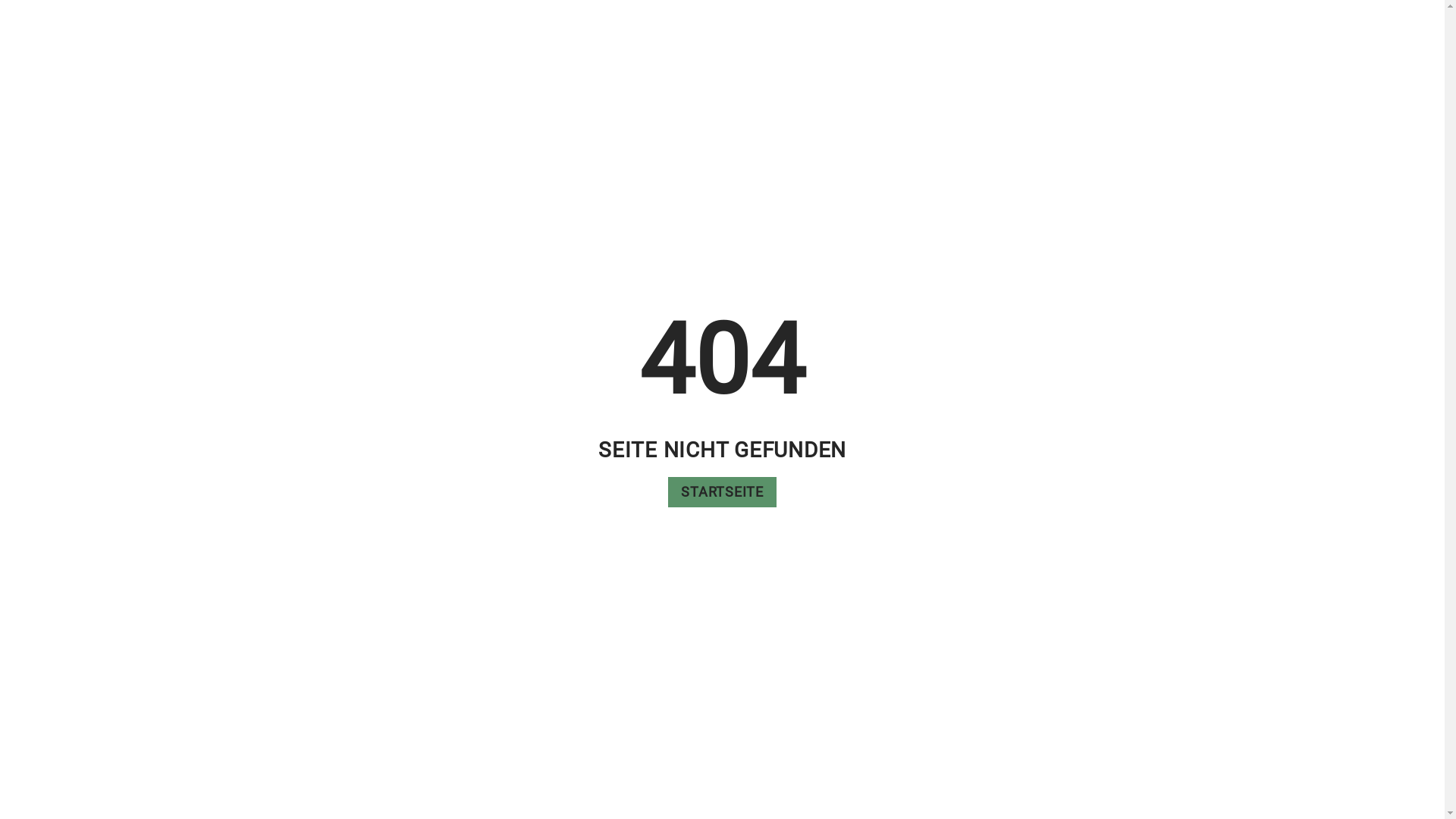  Describe the element at coordinates (721, 491) in the screenshot. I see `'STARTSEITE'` at that location.